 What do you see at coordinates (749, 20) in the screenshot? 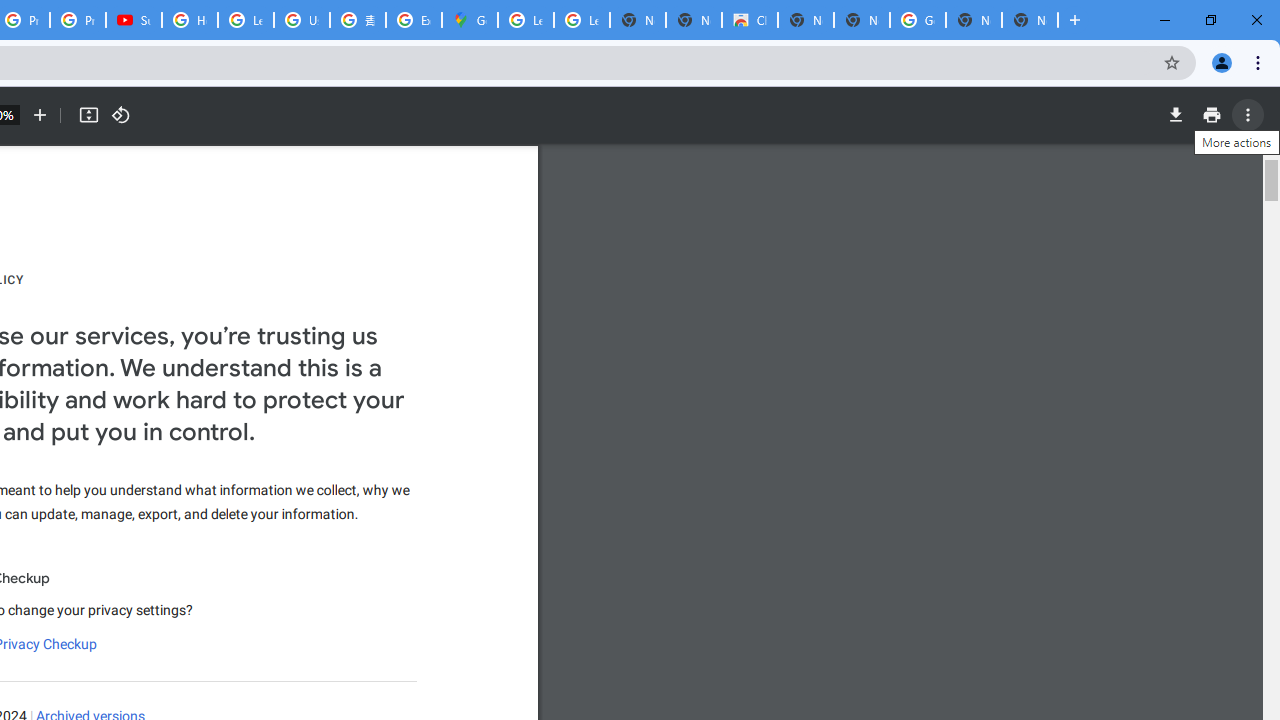
I see `'Chrome Web Store'` at bounding box center [749, 20].